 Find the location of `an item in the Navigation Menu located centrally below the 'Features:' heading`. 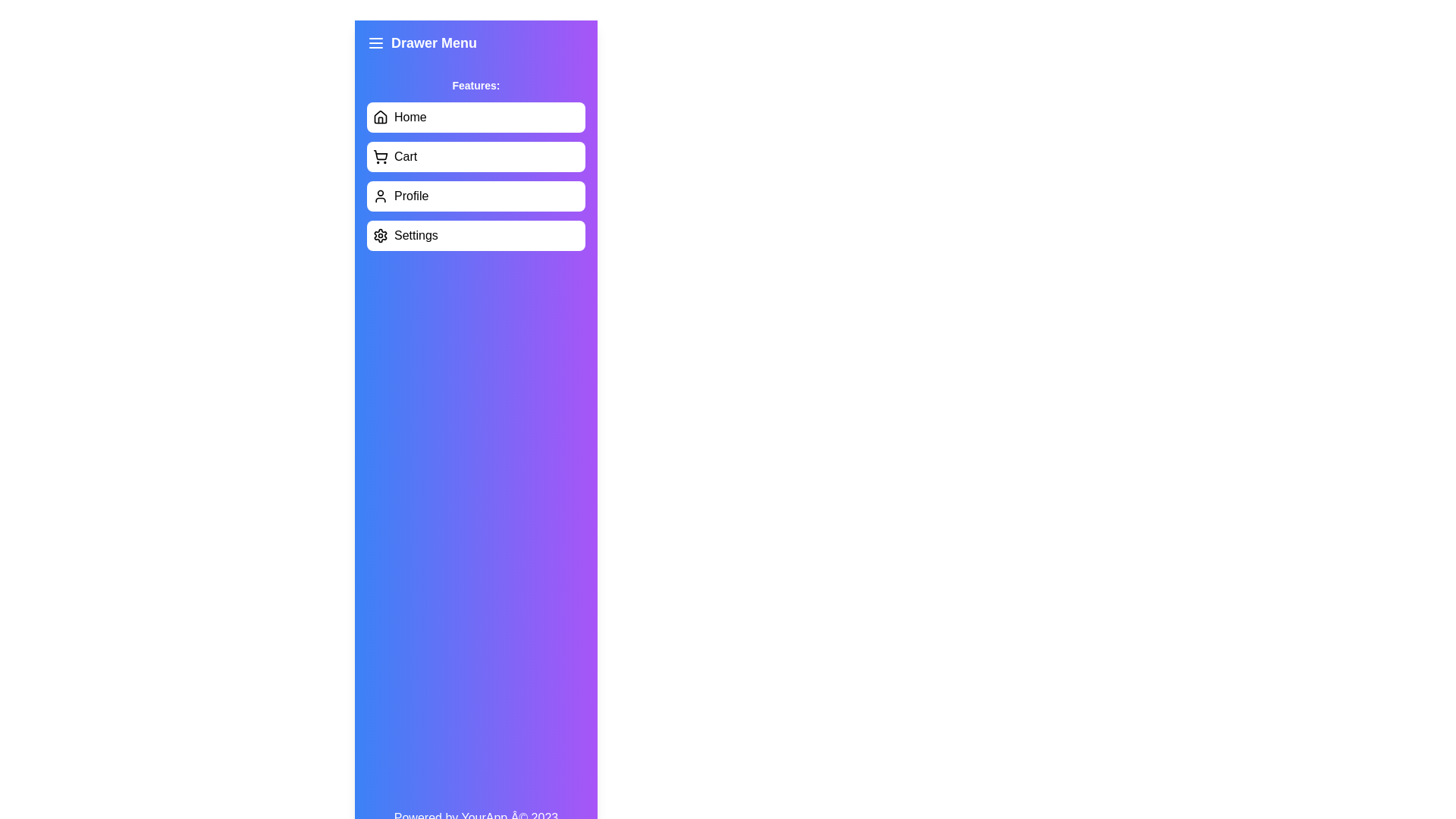

an item in the Navigation Menu located centrally below the 'Features:' heading is located at coordinates (475, 175).